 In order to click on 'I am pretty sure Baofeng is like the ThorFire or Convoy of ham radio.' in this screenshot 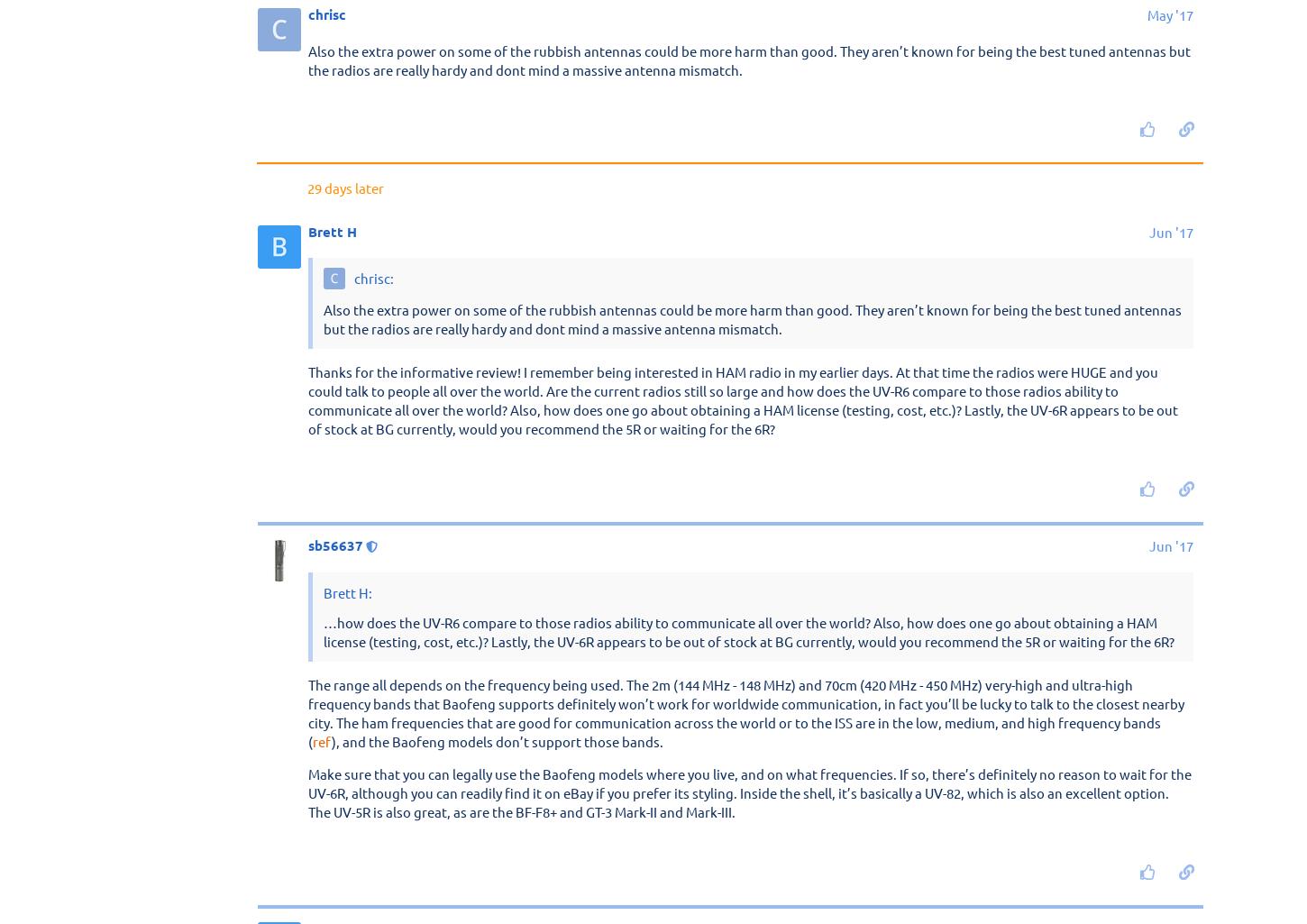, I will do `click(516, 417)`.